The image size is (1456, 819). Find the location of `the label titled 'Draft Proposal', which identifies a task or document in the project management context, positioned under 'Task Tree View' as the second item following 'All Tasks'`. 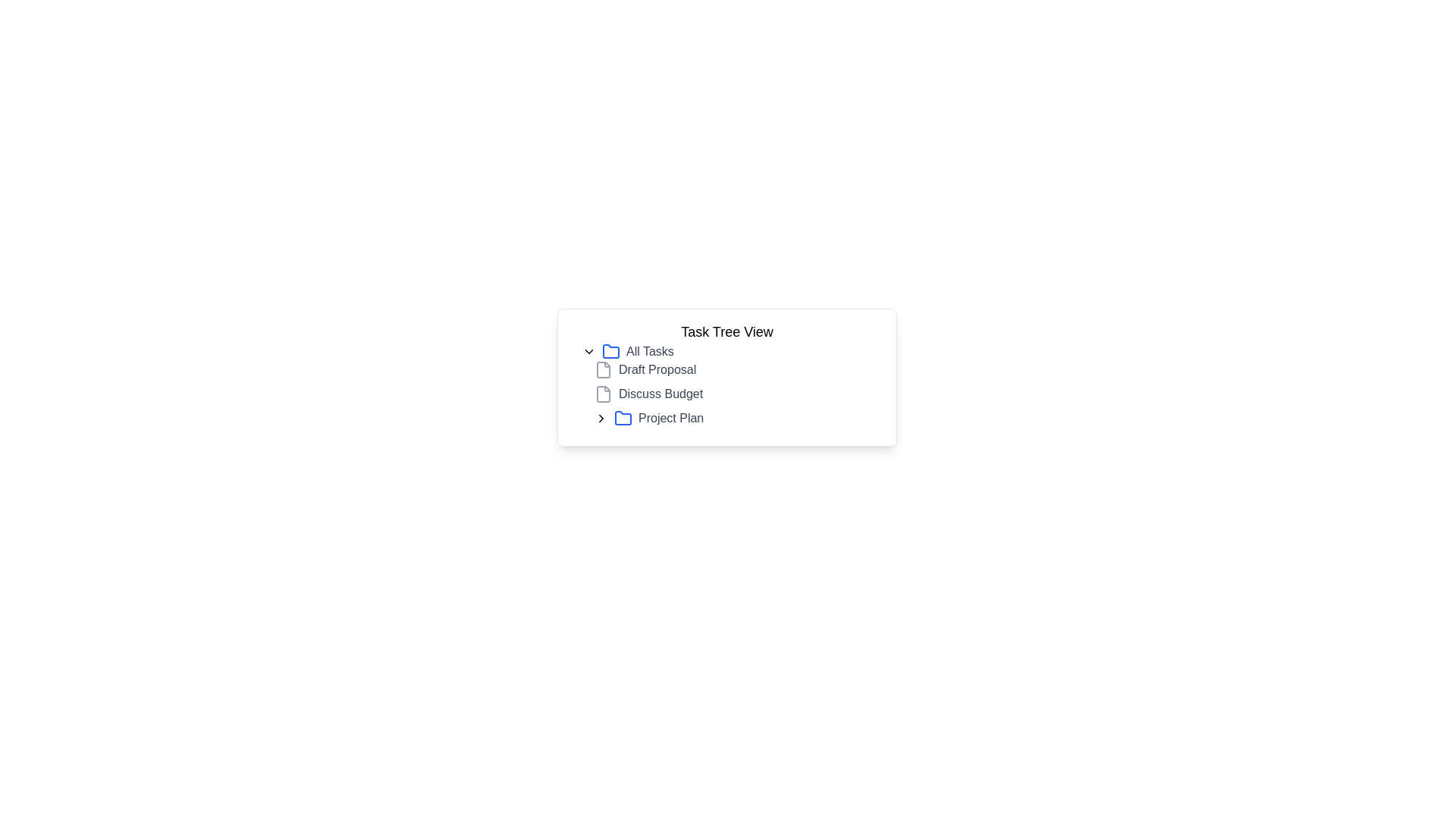

the label titled 'Draft Proposal', which identifies a task or document in the project management context, positioned under 'Task Tree View' as the second item following 'All Tasks' is located at coordinates (657, 370).